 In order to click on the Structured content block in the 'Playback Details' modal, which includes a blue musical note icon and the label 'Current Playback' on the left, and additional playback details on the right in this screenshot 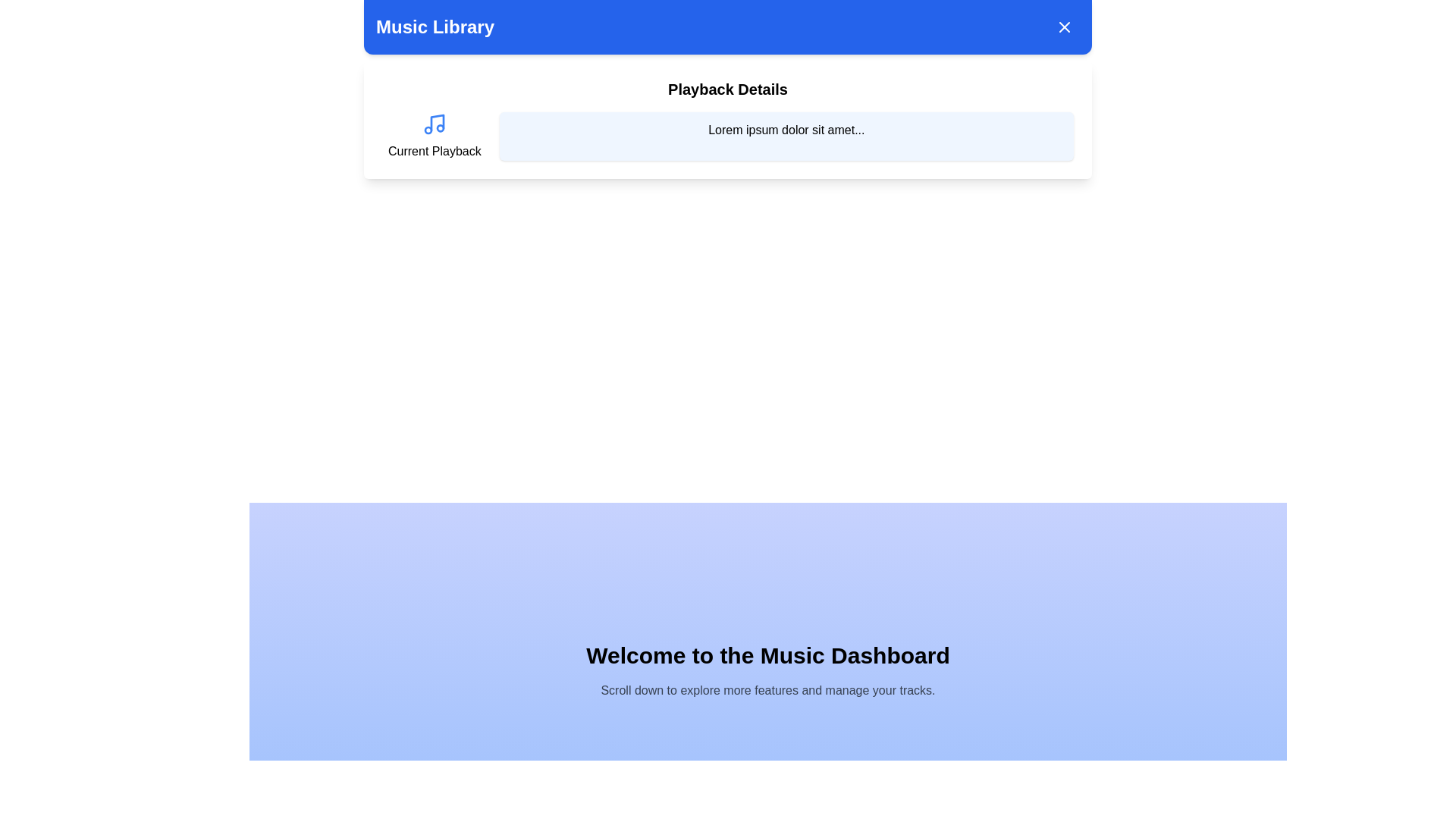, I will do `click(728, 136)`.